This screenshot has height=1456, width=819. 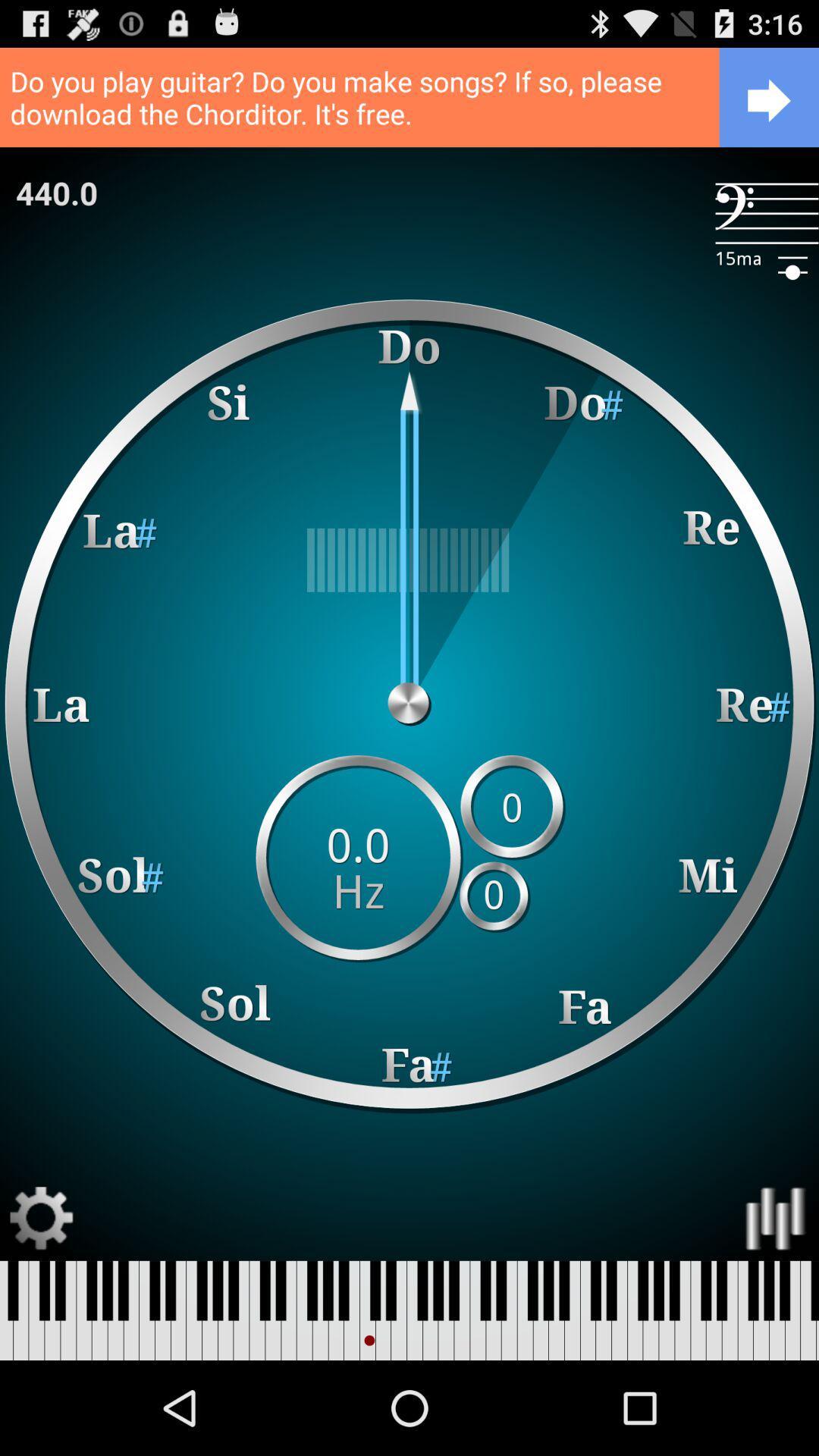 What do you see at coordinates (41, 1304) in the screenshot?
I see `the settings icon` at bounding box center [41, 1304].